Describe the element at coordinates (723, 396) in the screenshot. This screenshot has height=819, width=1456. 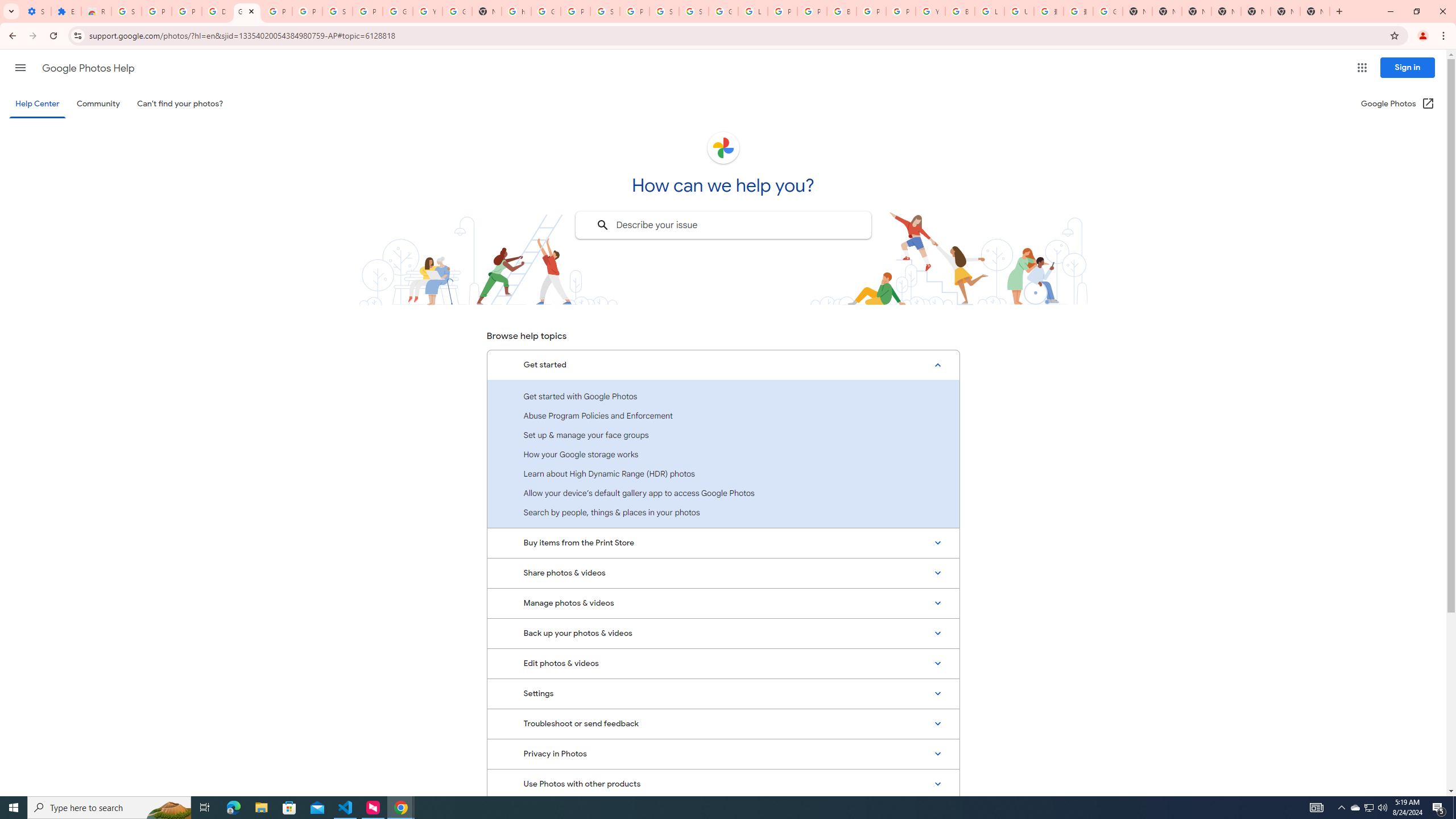
I see `'Get started with Google Photos'` at that location.